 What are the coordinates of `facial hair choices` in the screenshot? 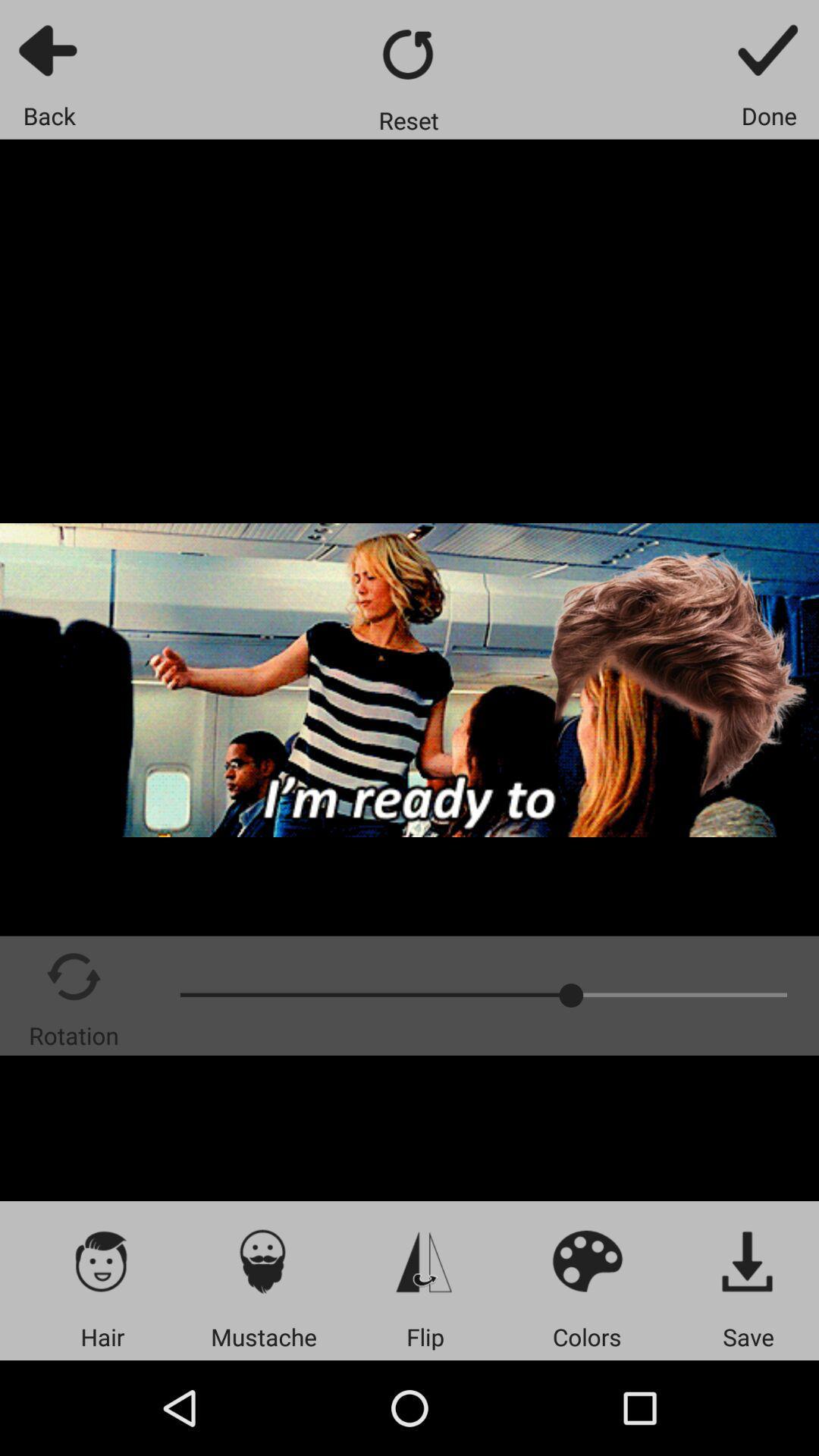 It's located at (262, 1260).